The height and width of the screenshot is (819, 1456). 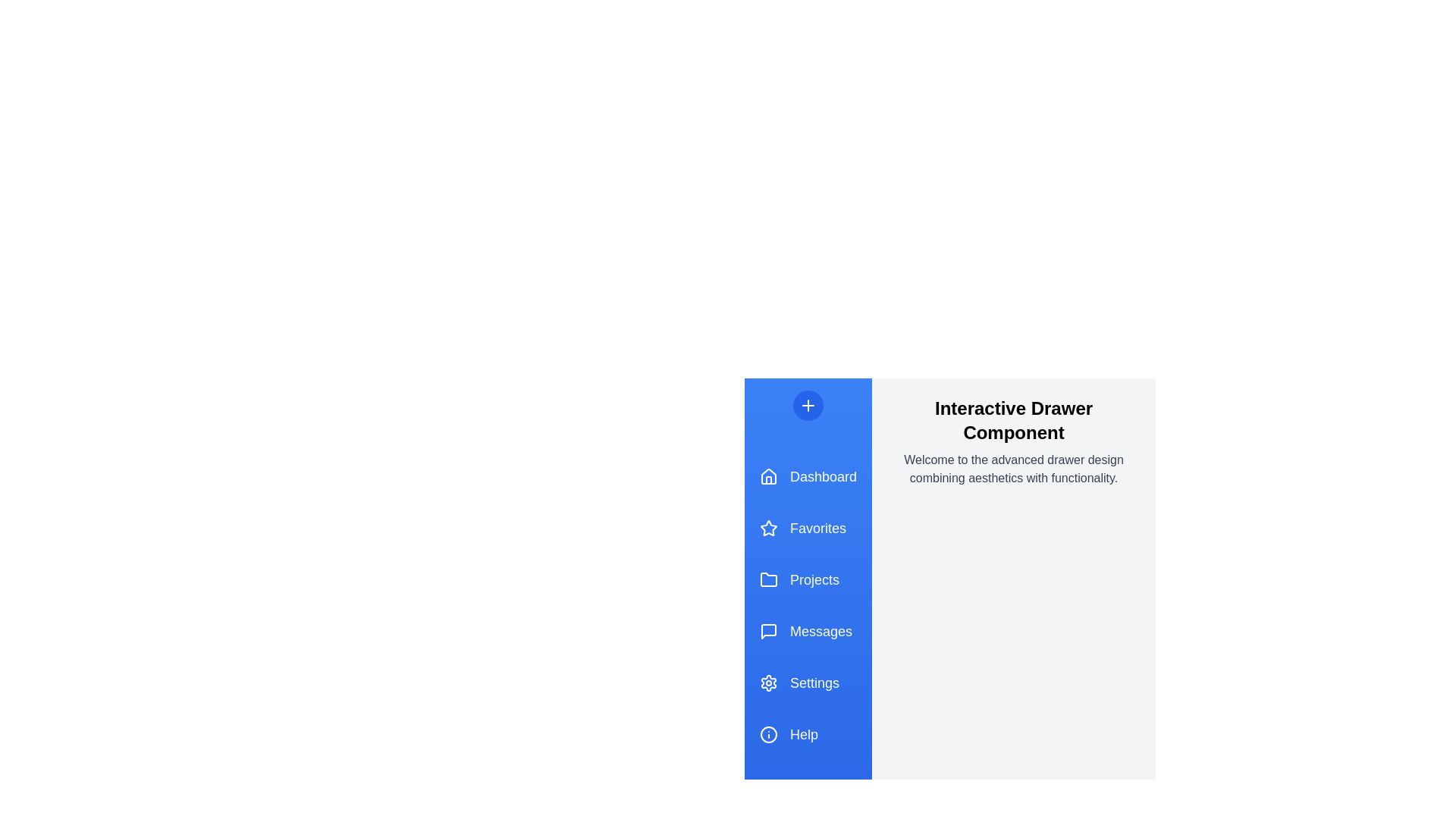 What do you see at coordinates (807, 528) in the screenshot?
I see `the menu item Favorites in the drawer` at bounding box center [807, 528].